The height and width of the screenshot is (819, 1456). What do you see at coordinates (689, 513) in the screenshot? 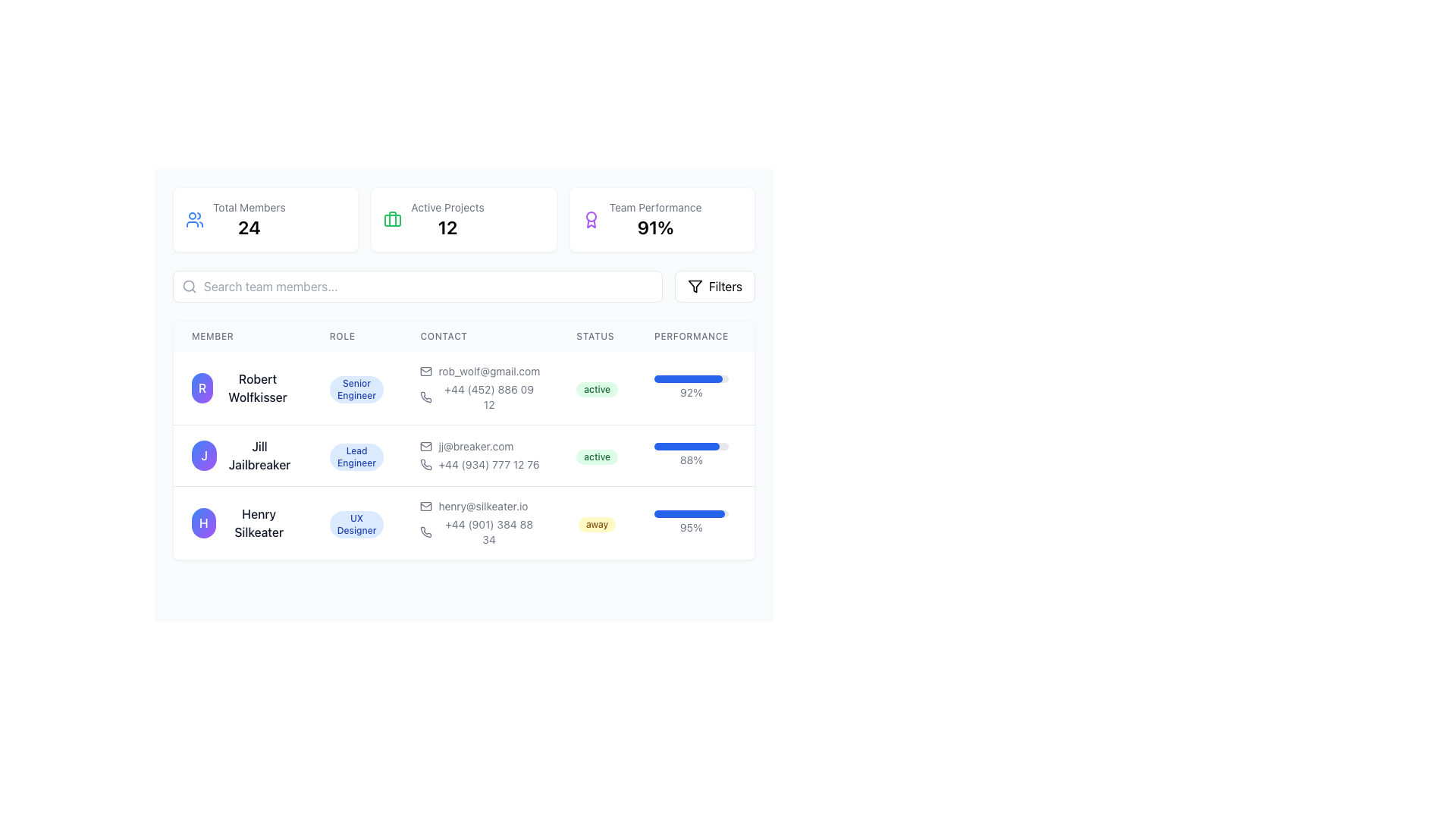
I see `the filled portion of the blue progress bar in the 'Performance' column of the third row associated with 'Henry Silkeater'` at bounding box center [689, 513].